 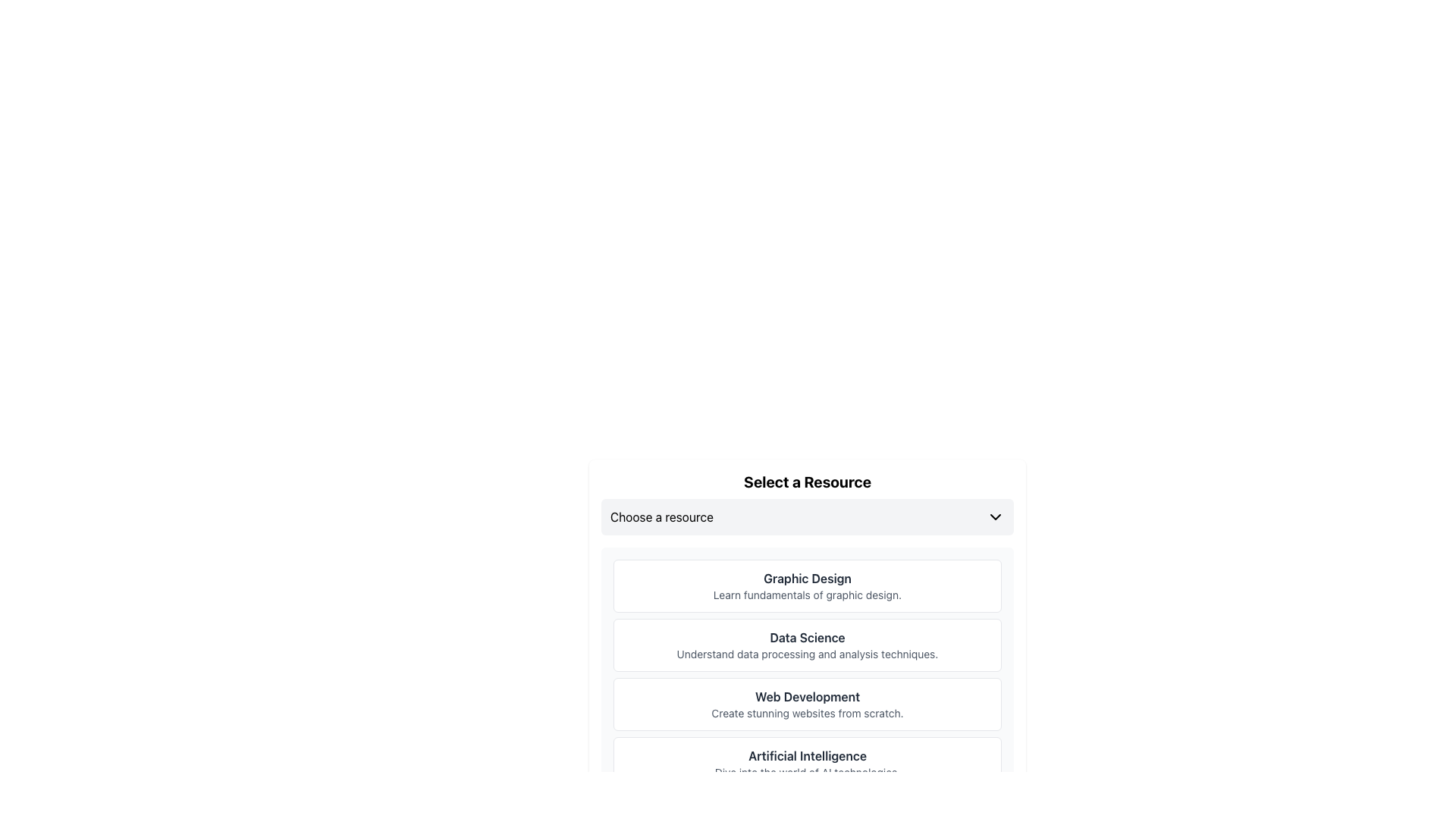 I want to click on text label indicating 'Web Development', which serves as a title or header for a resource in the 'Select a Resource' section, so click(x=807, y=696).